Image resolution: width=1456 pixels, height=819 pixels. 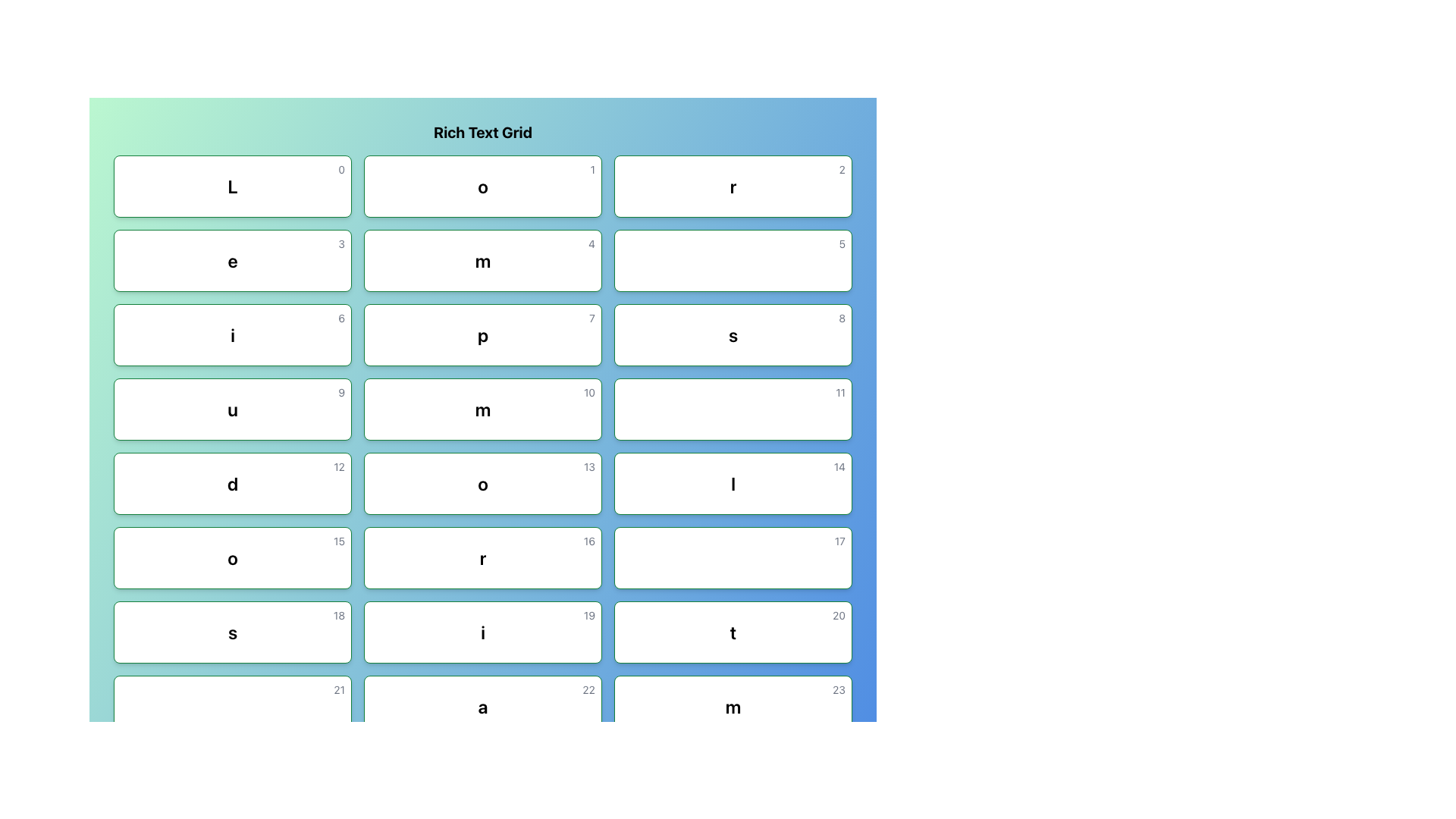 I want to click on the grid cell displaying the number '17' located in the sixth row and third column of the grid, so click(x=733, y=558).